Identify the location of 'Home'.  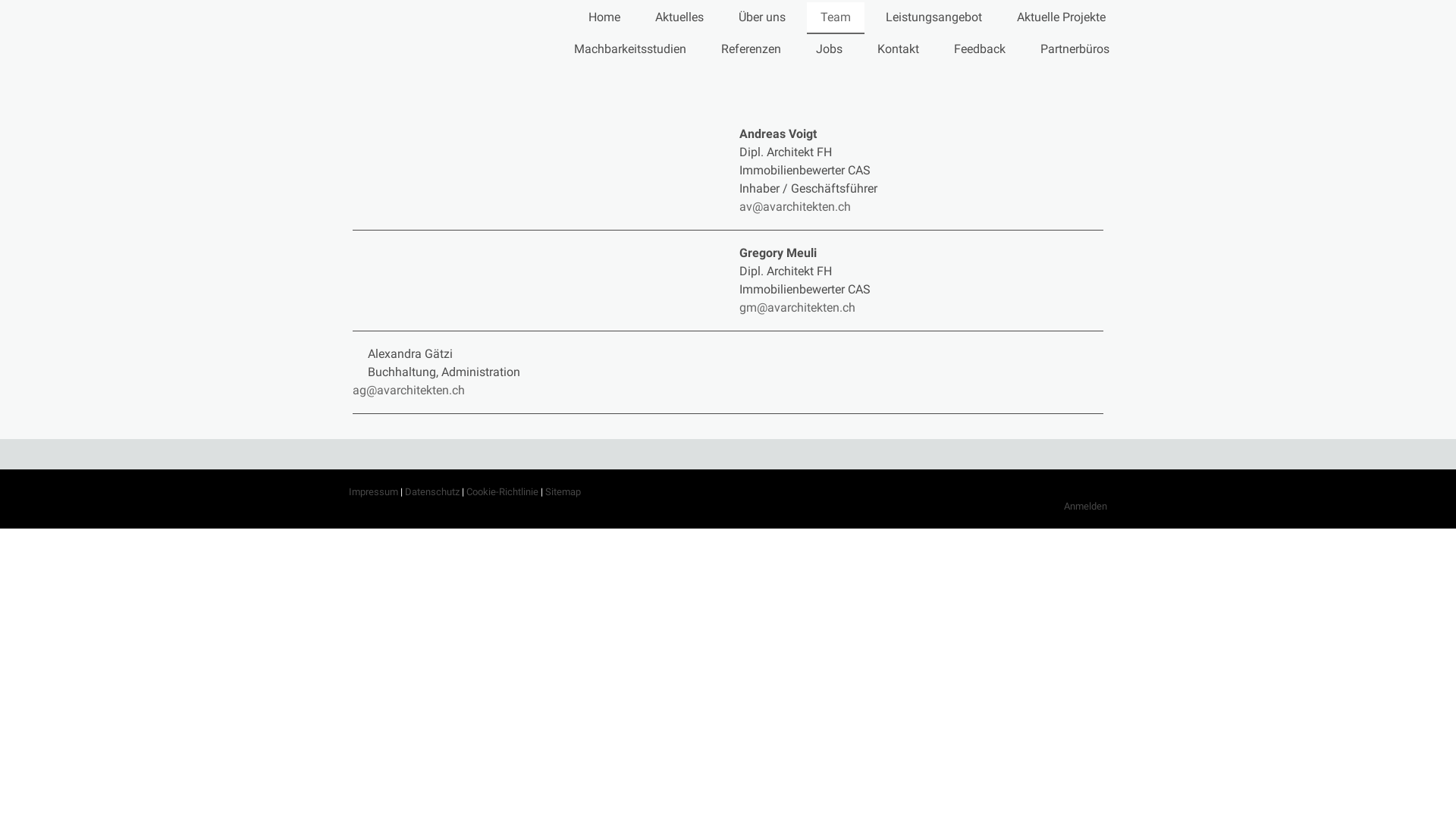
(603, 17).